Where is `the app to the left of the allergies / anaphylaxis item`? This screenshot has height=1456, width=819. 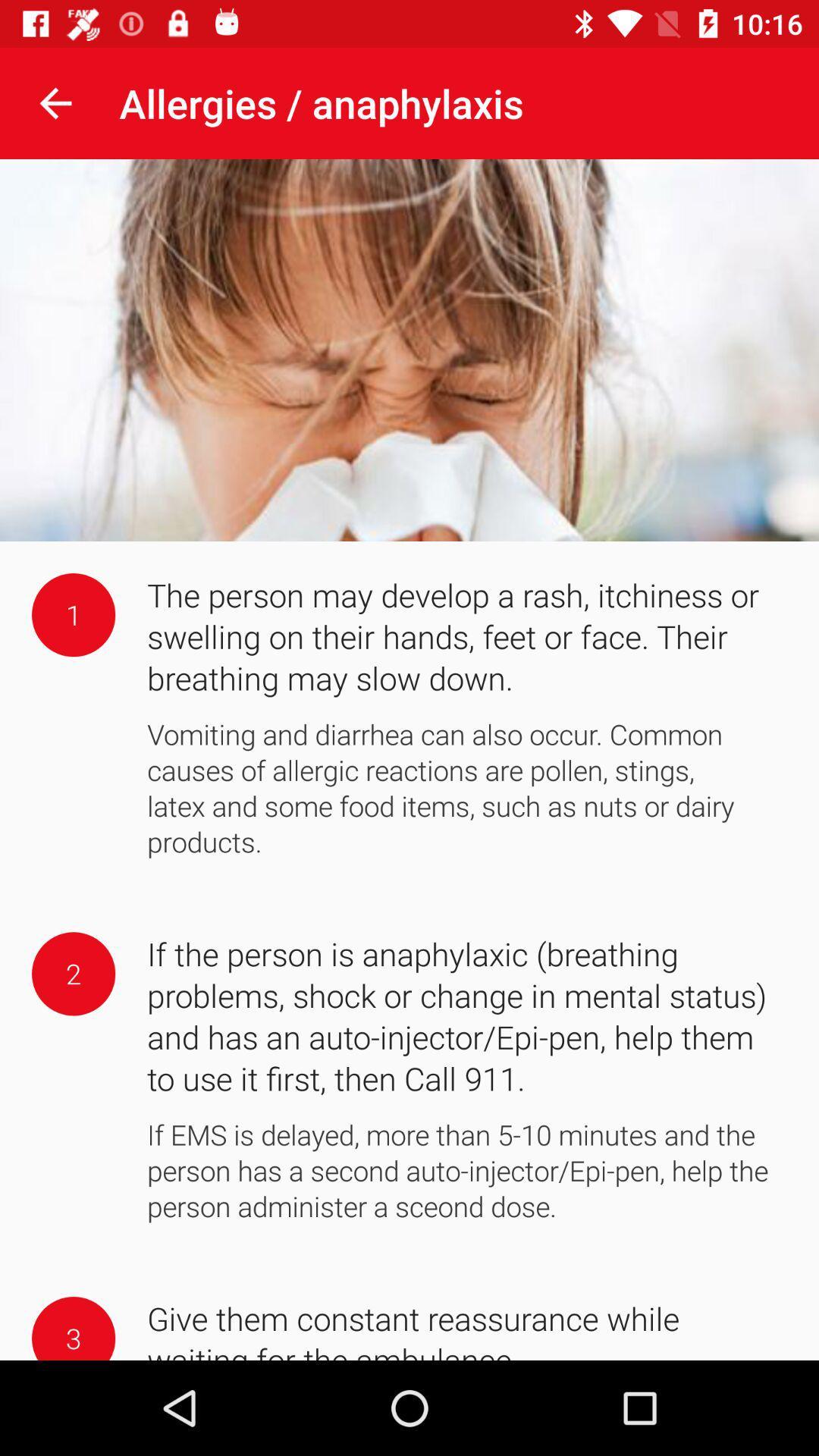 the app to the left of the allergies / anaphylaxis item is located at coordinates (55, 102).